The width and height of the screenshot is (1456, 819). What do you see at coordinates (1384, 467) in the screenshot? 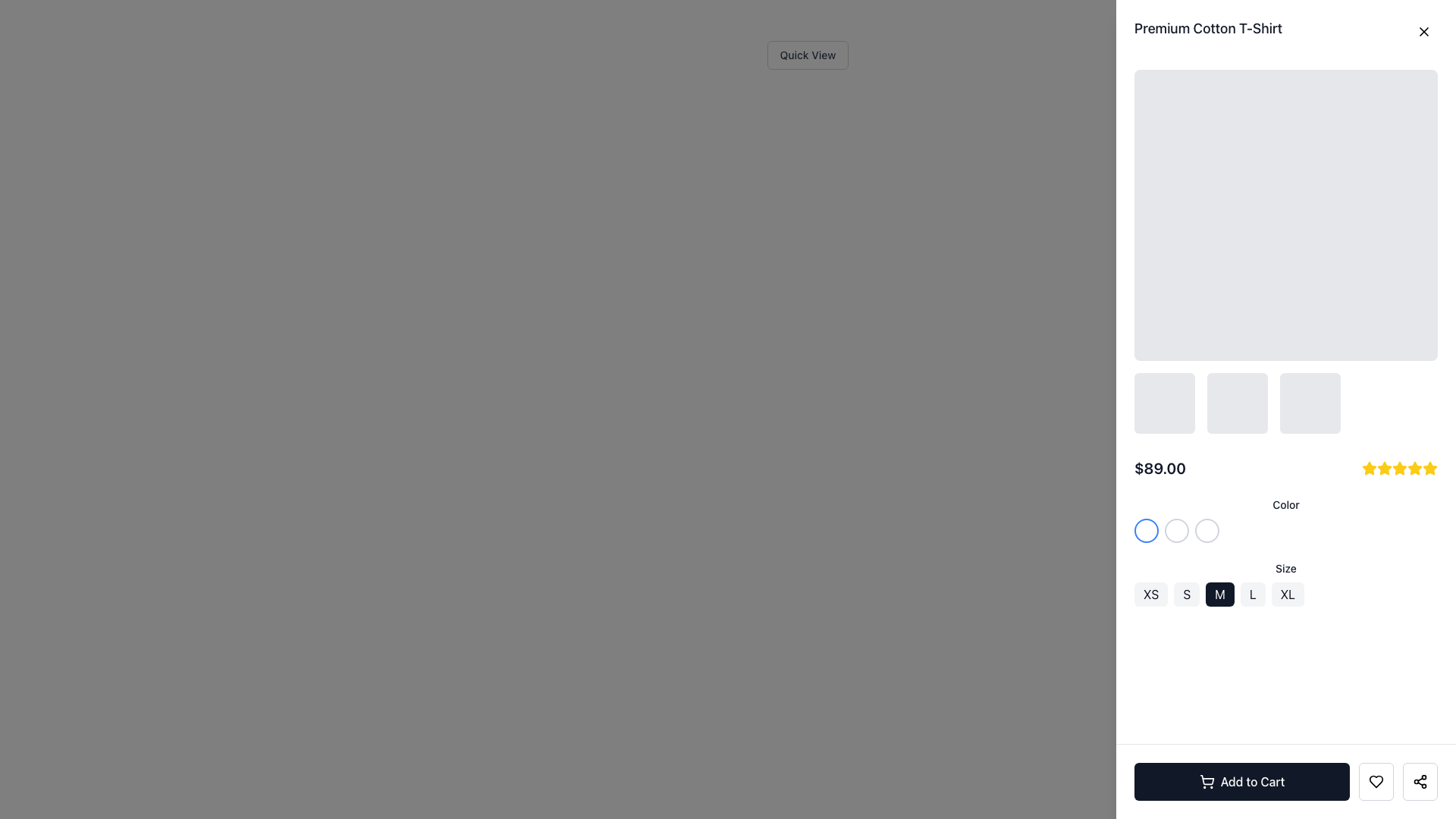
I see `the third yellow star icon` at bounding box center [1384, 467].